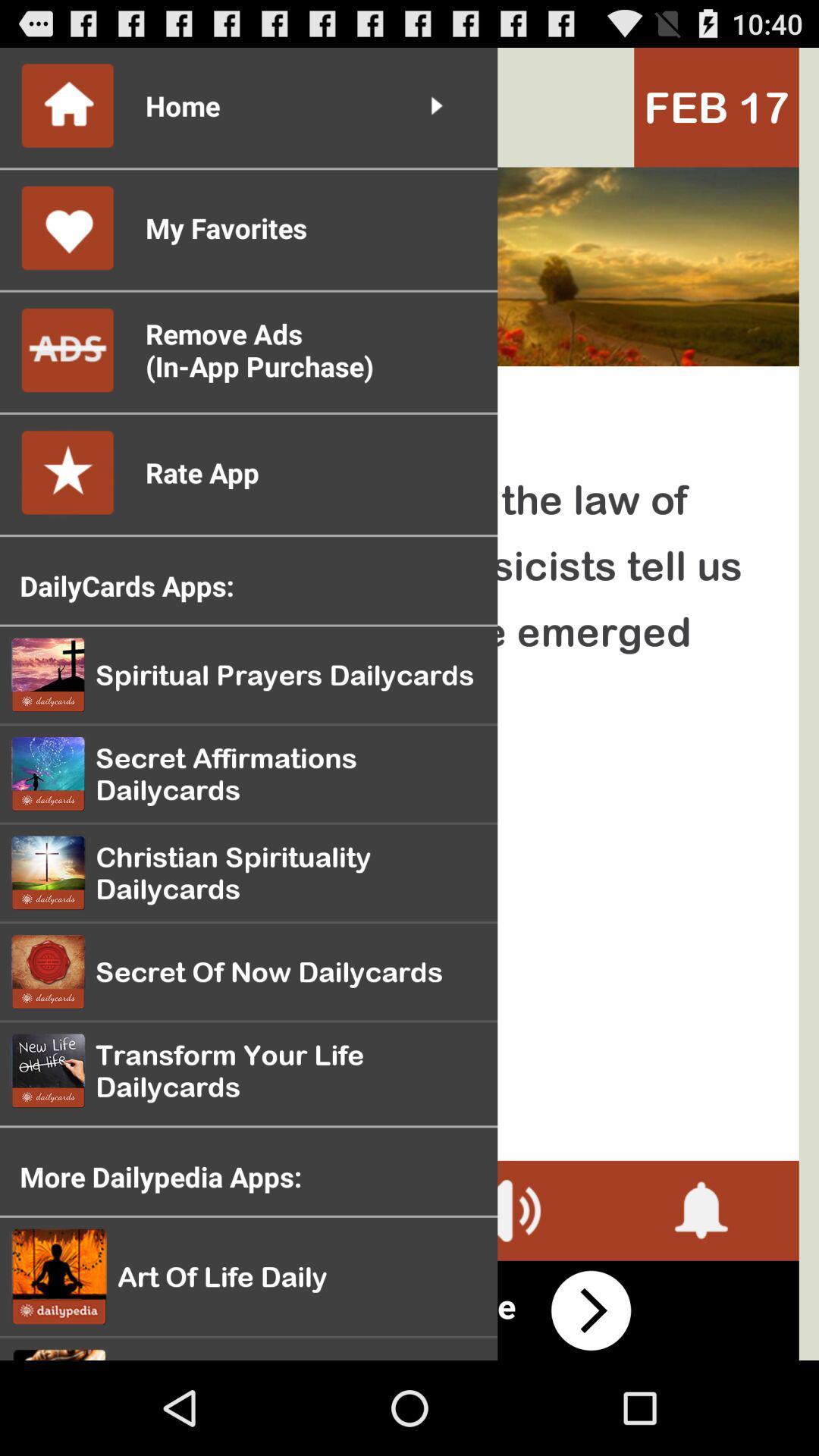  What do you see at coordinates (701, 1294) in the screenshot?
I see `the notifications icon` at bounding box center [701, 1294].